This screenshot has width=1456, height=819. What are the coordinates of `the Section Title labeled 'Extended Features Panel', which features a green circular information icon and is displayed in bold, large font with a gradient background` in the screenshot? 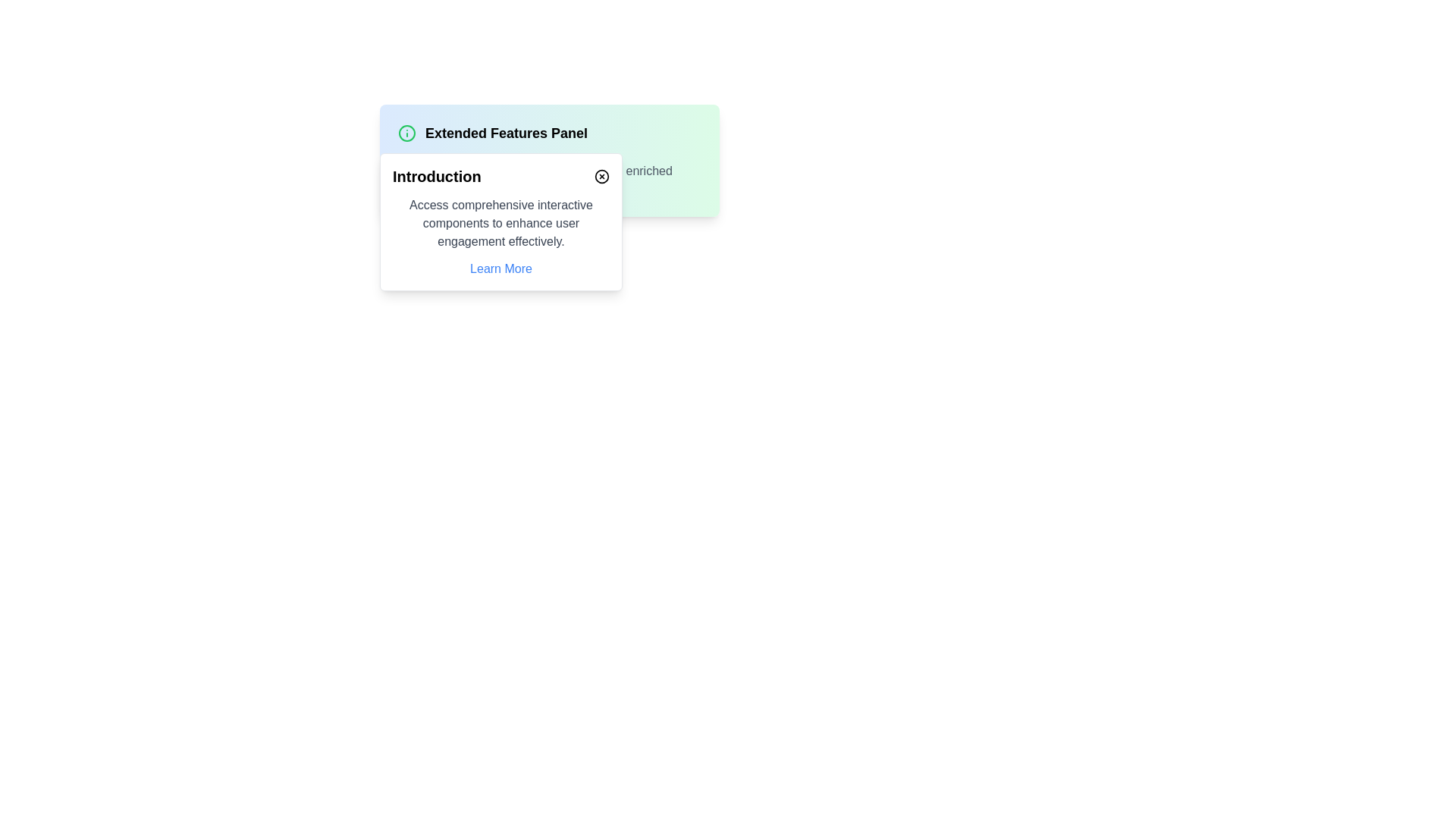 It's located at (548, 133).